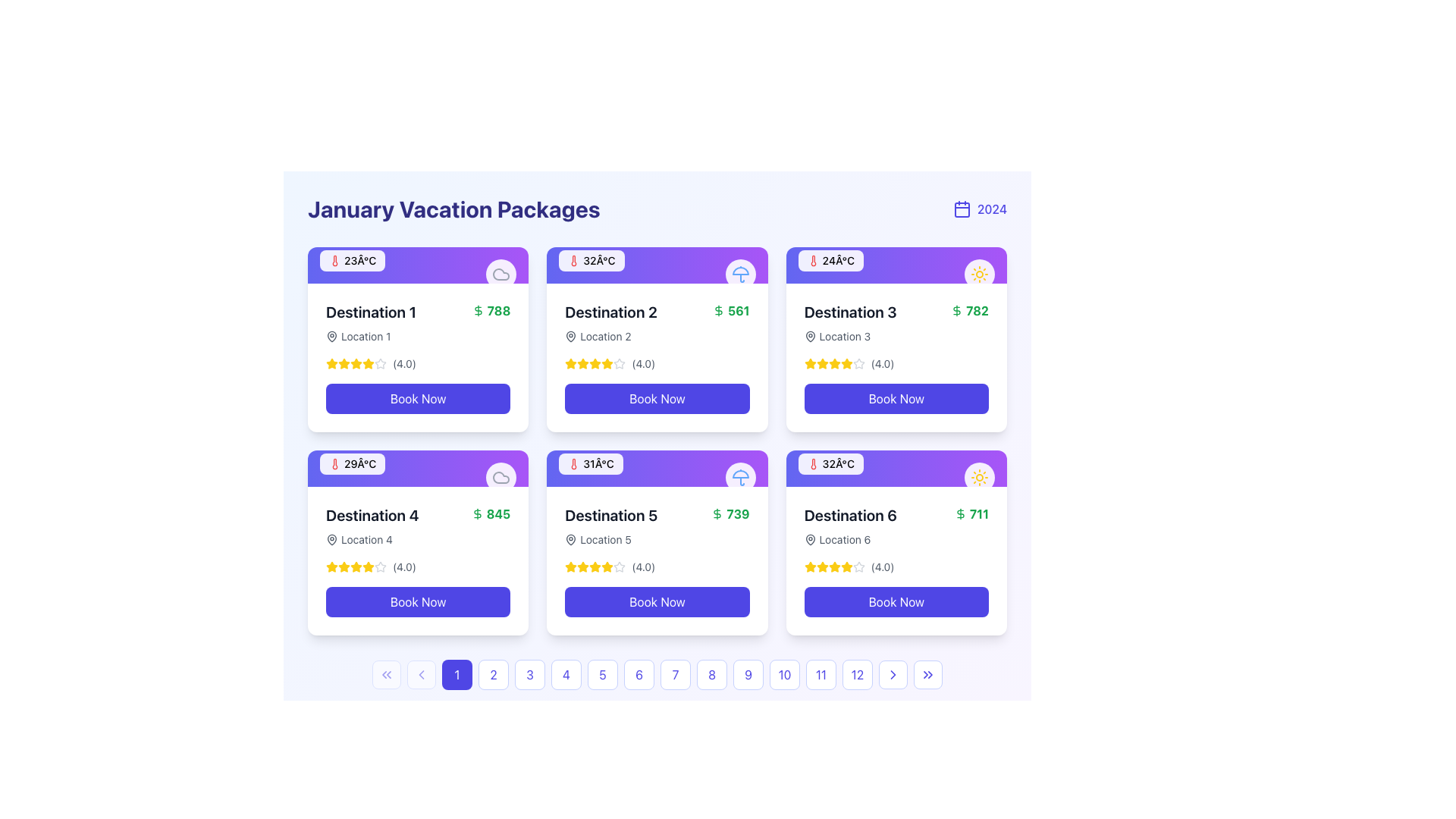 Image resolution: width=1456 pixels, height=819 pixels. Describe the element at coordinates (611, 322) in the screenshot. I see `the Label with text group that summarizes the destination's name and location` at that location.